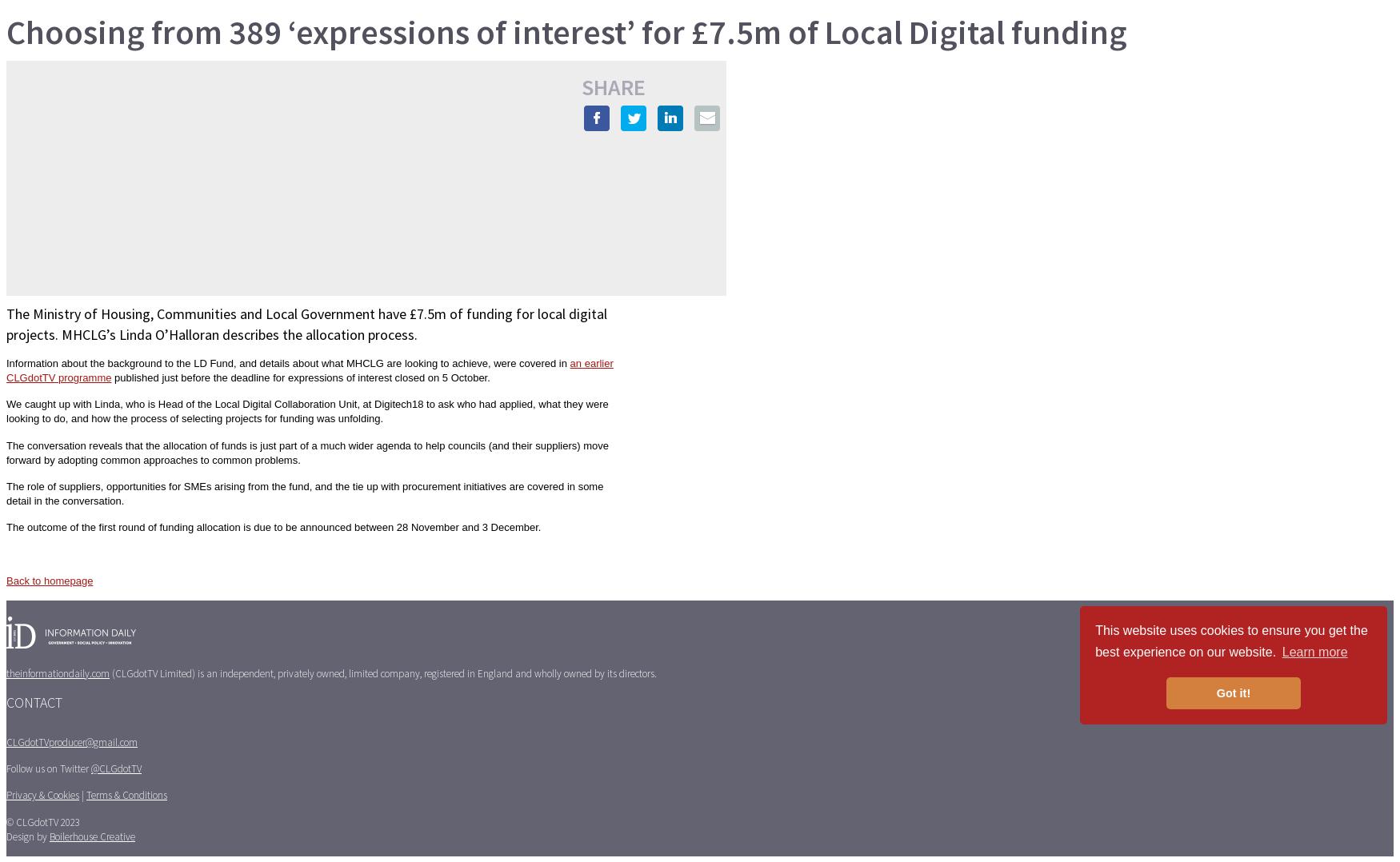 This screenshot has height=862, width=1400. What do you see at coordinates (48, 579) in the screenshot?
I see `'Back to homepage'` at bounding box center [48, 579].